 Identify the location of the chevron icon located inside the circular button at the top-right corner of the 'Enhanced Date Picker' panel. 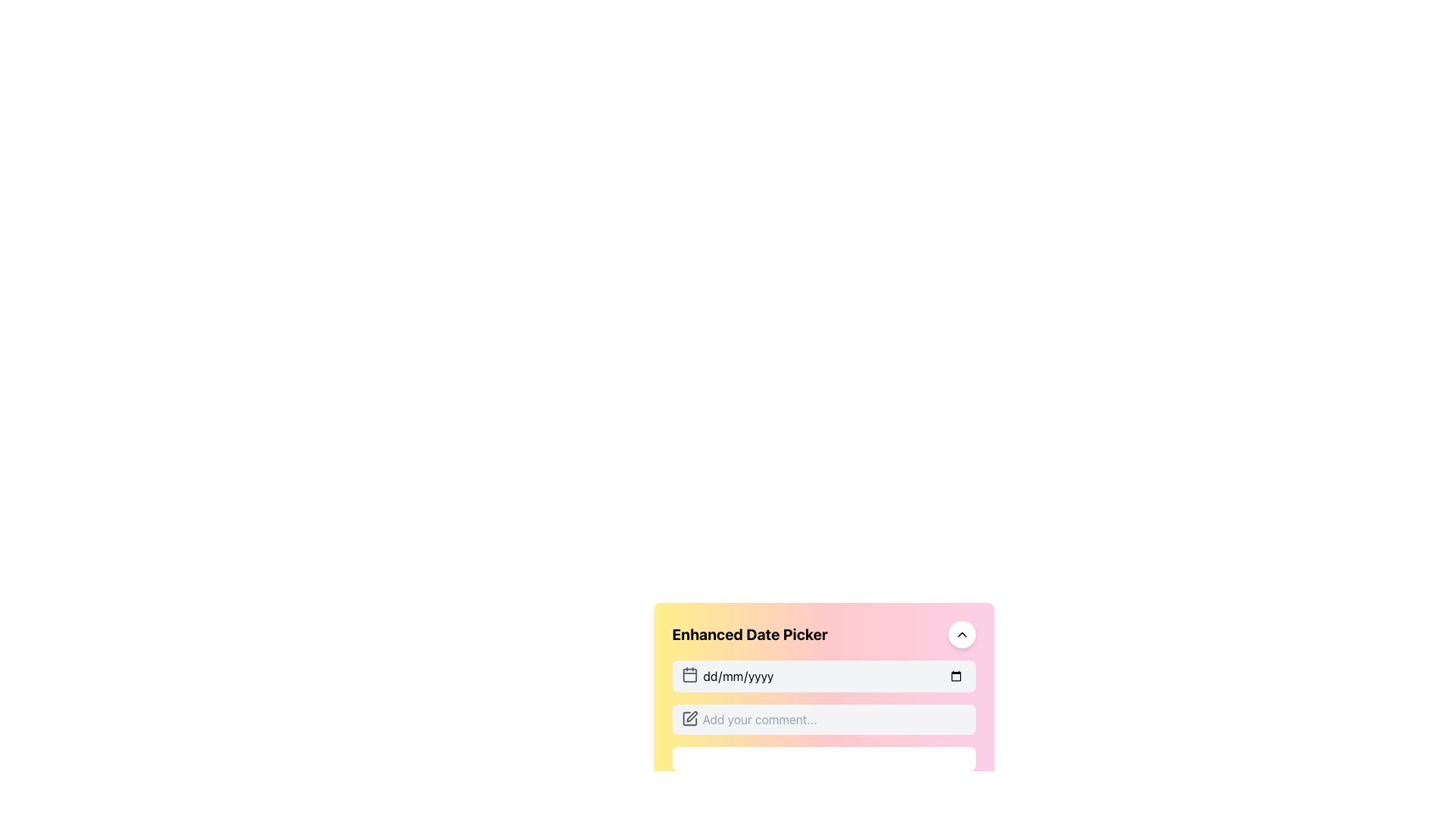
(961, 635).